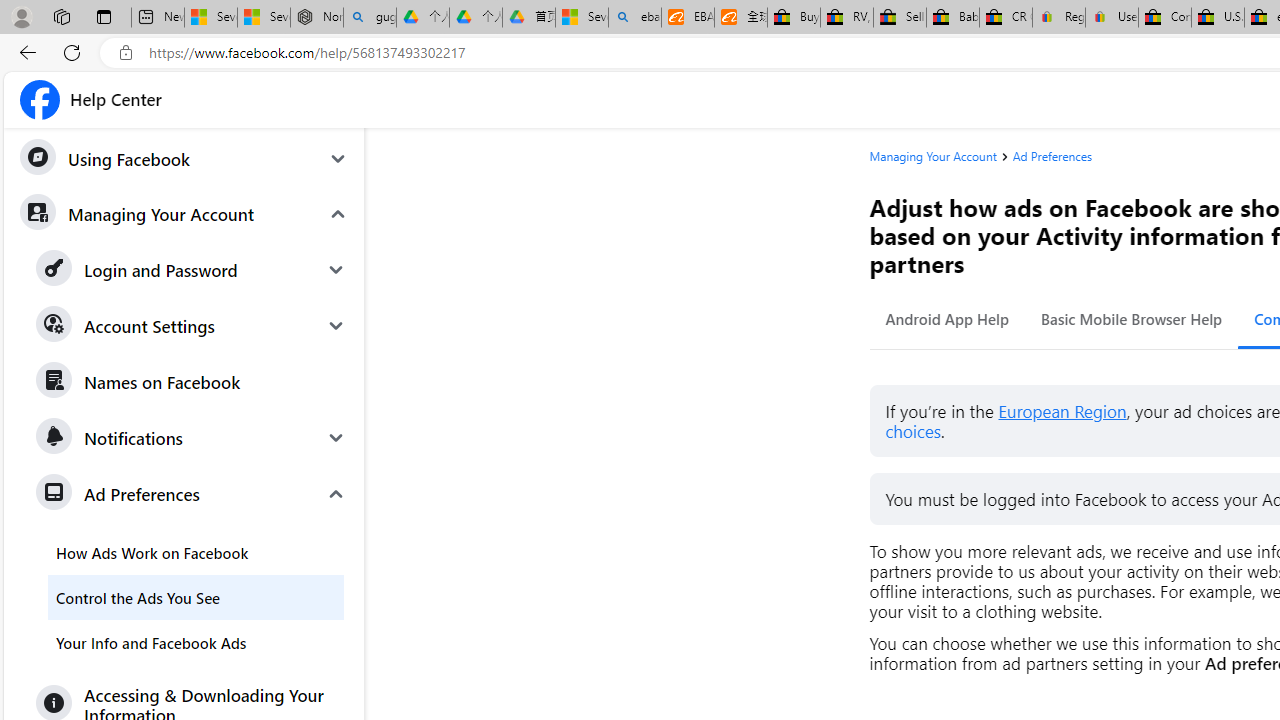  What do you see at coordinates (192, 381) in the screenshot?
I see `'Names on Facebook'` at bounding box center [192, 381].